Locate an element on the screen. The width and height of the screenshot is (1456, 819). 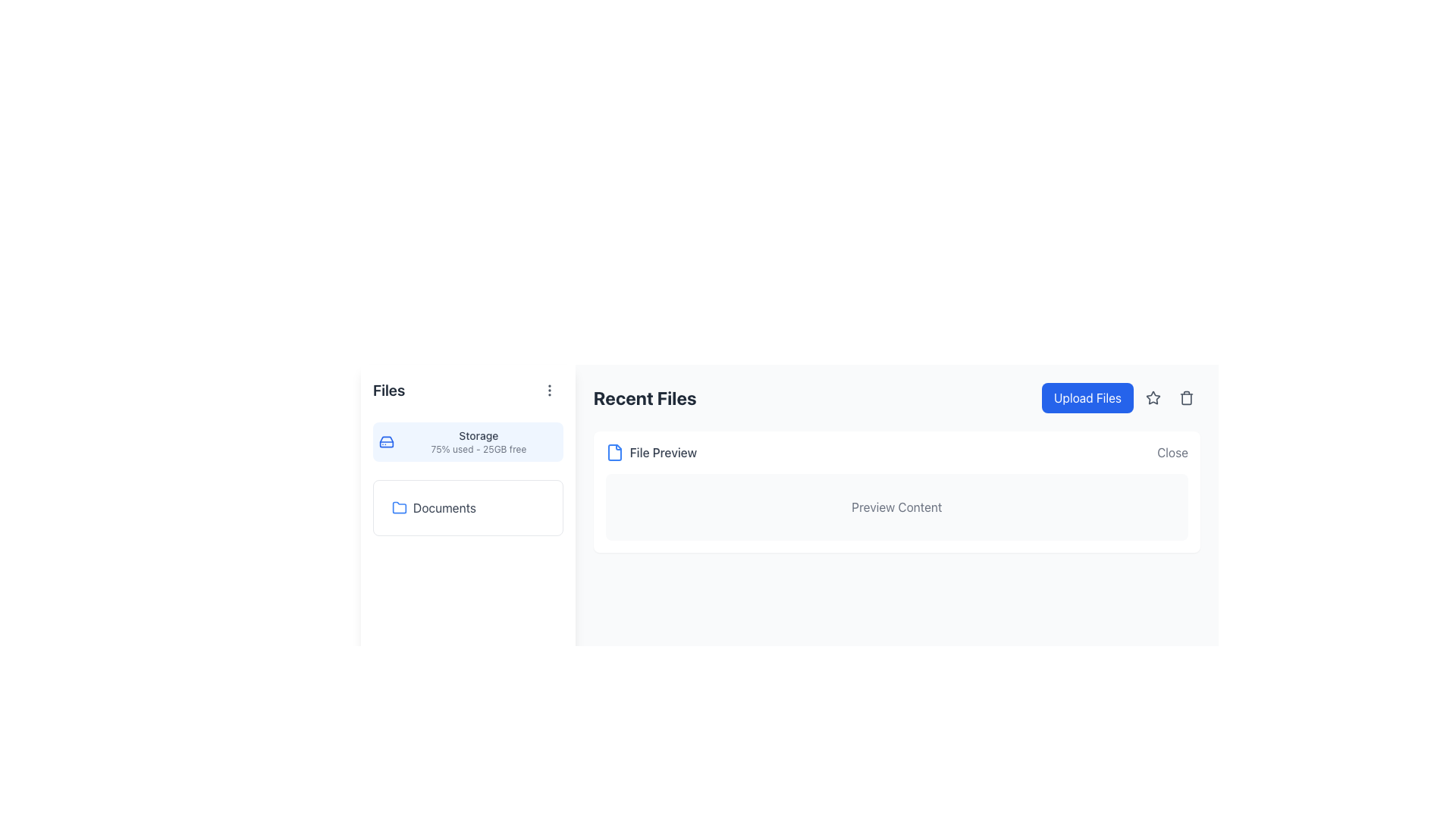
the vertical ellipsis icon, styled in light gray, located near the upper-right corner of the 'Files' panel is located at coordinates (548, 390).